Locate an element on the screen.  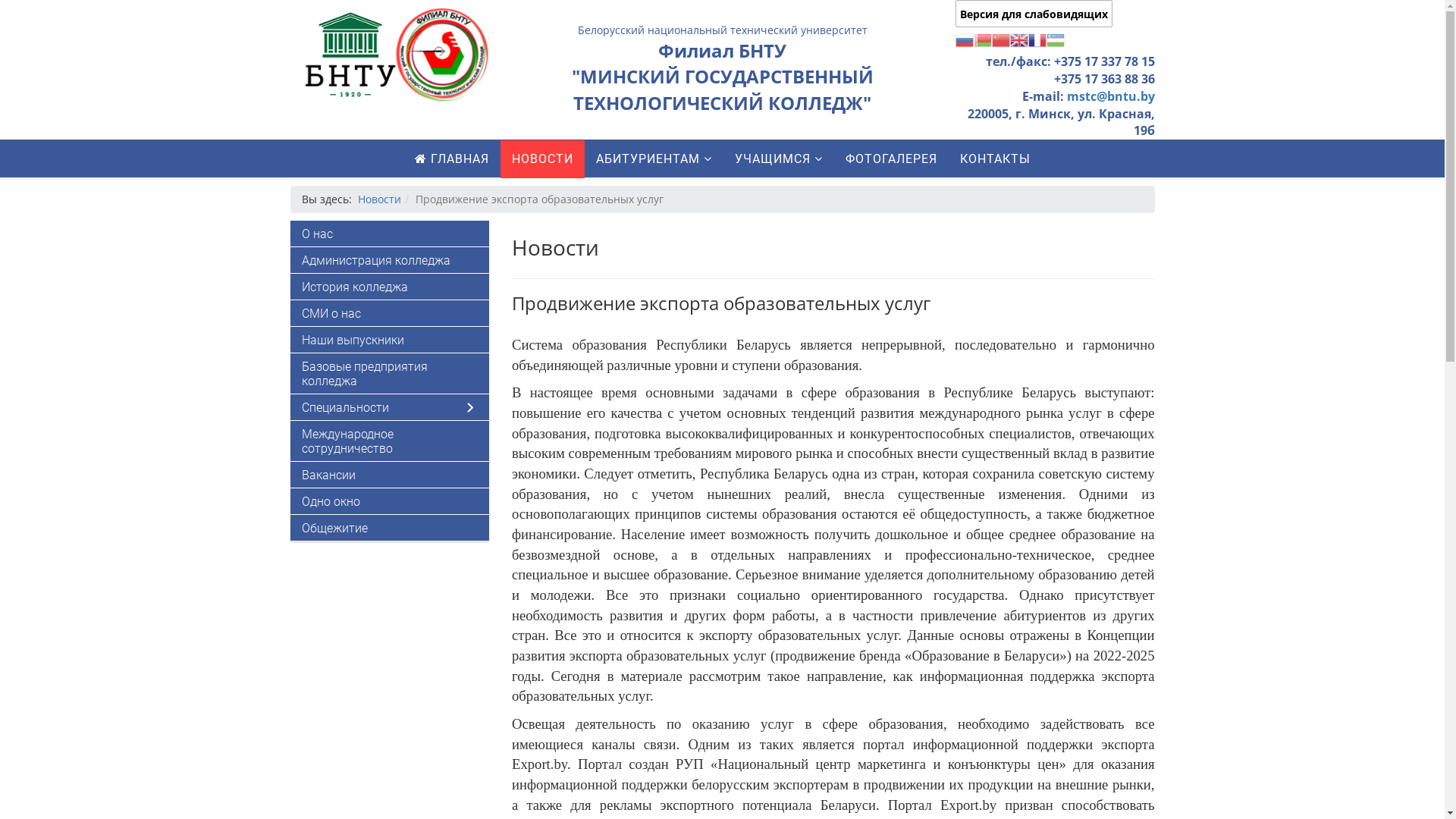
'Uzbek' is located at coordinates (1055, 38).